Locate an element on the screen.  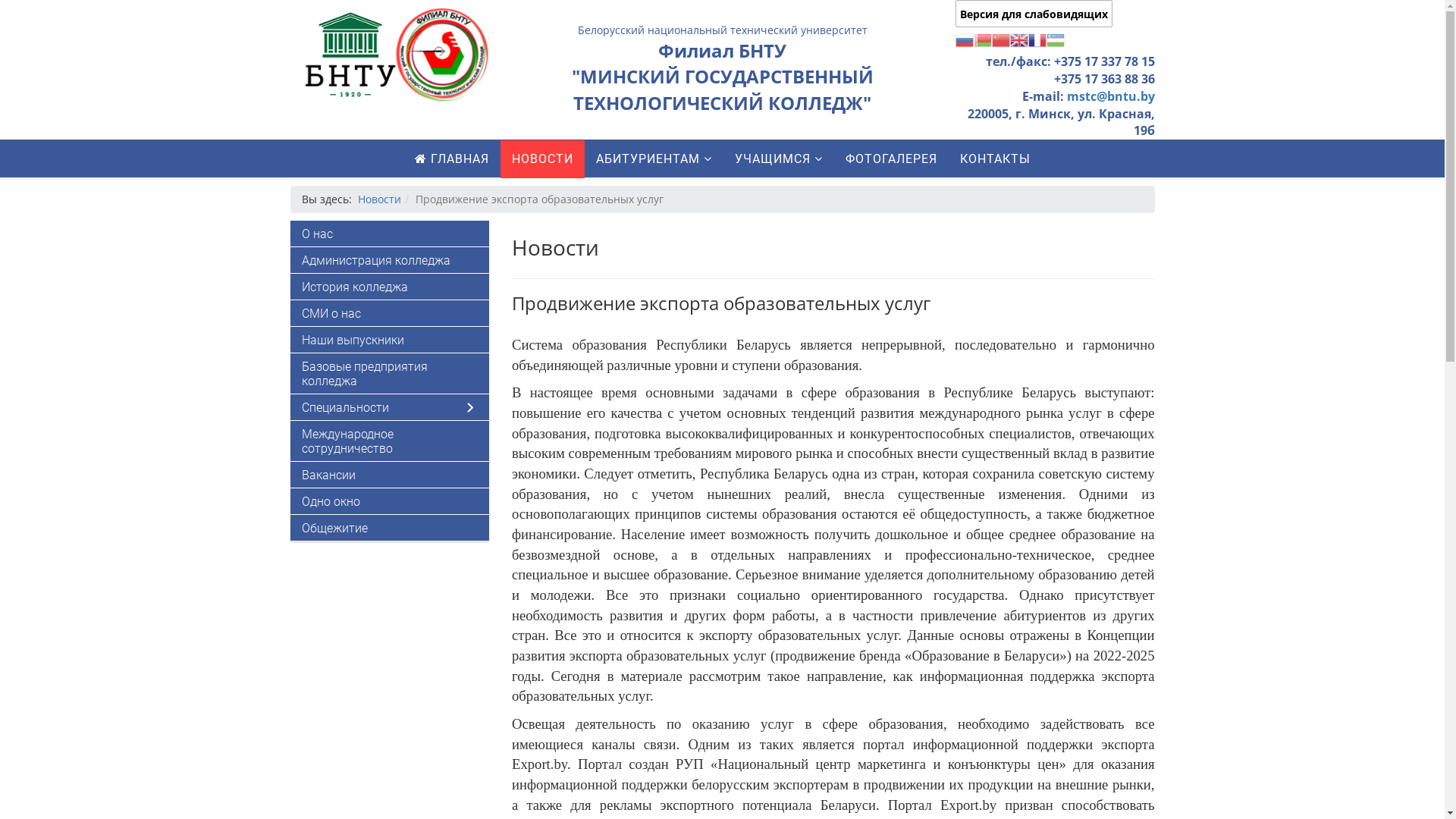
'Uzbek' is located at coordinates (1055, 38).